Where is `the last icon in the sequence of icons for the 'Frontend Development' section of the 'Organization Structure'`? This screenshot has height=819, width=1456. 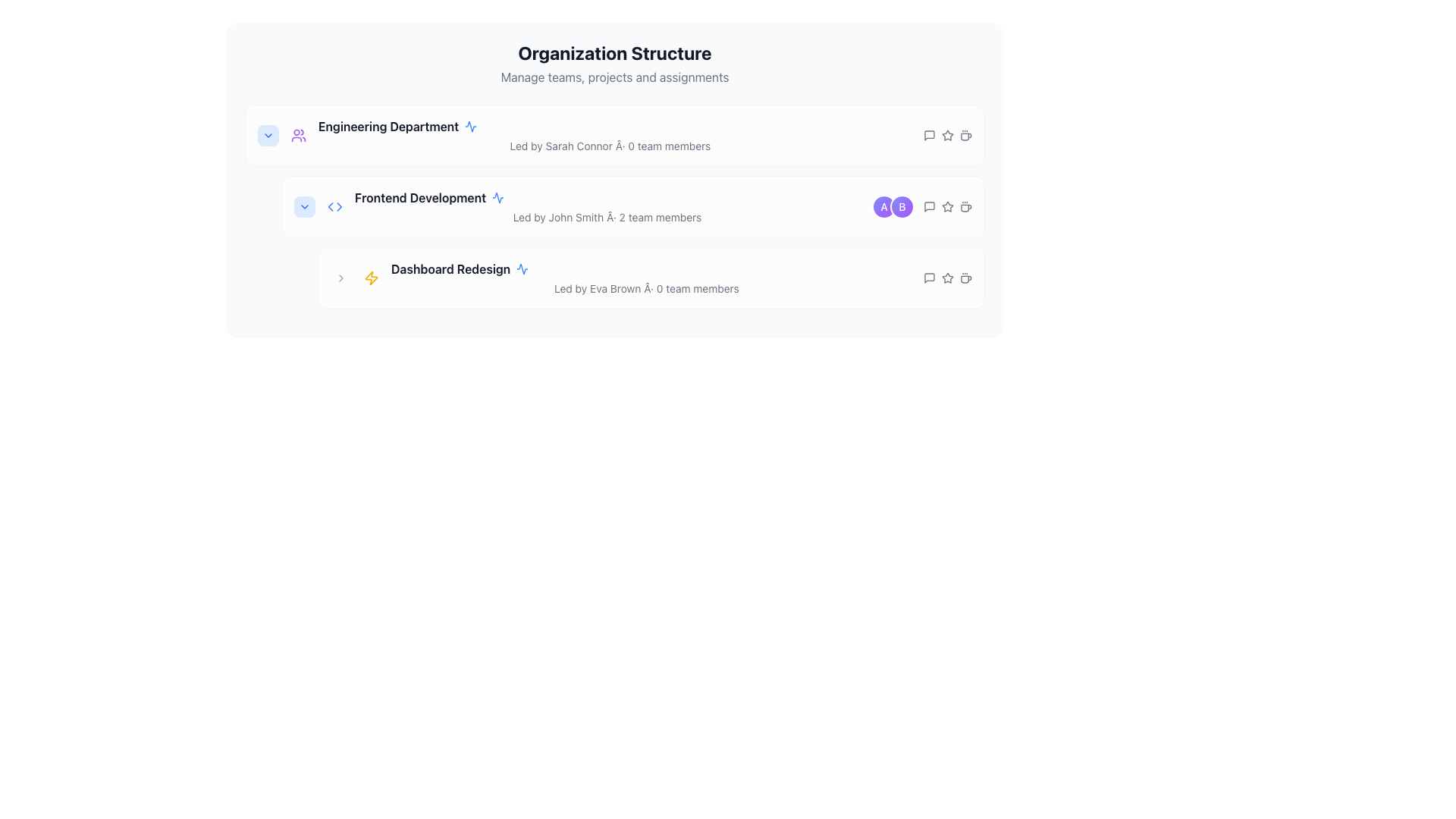 the last icon in the sequence of icons for the 'Frontend Development' section of the 'Organization Structure' is located at coordinates (965, 207).